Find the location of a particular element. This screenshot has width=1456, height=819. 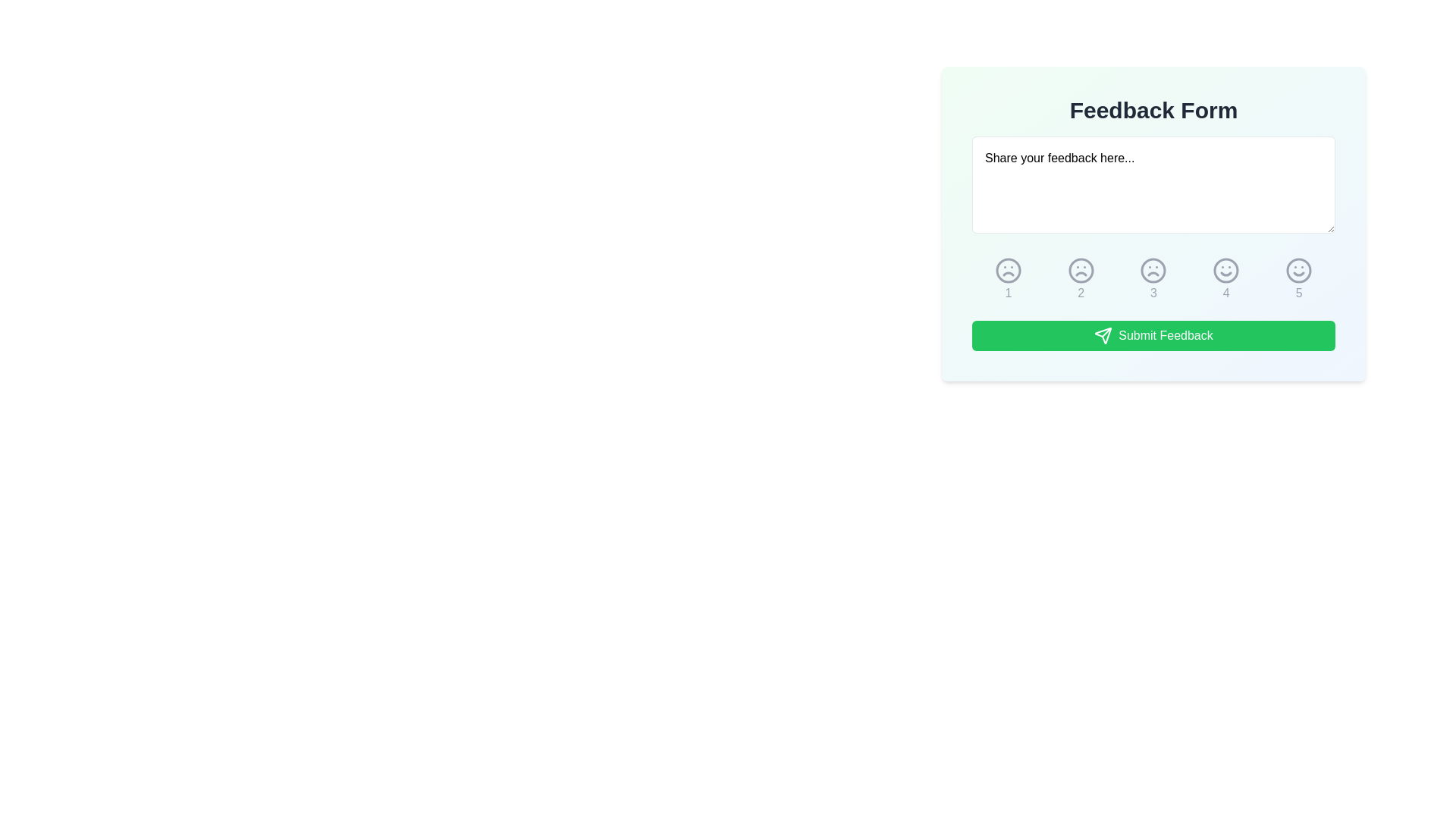

the smiley face icon representing an emotional rating of 4, which is the fourth icon in a horizontal row of five, located above the label '4' is located at coordinates (1226, 270).